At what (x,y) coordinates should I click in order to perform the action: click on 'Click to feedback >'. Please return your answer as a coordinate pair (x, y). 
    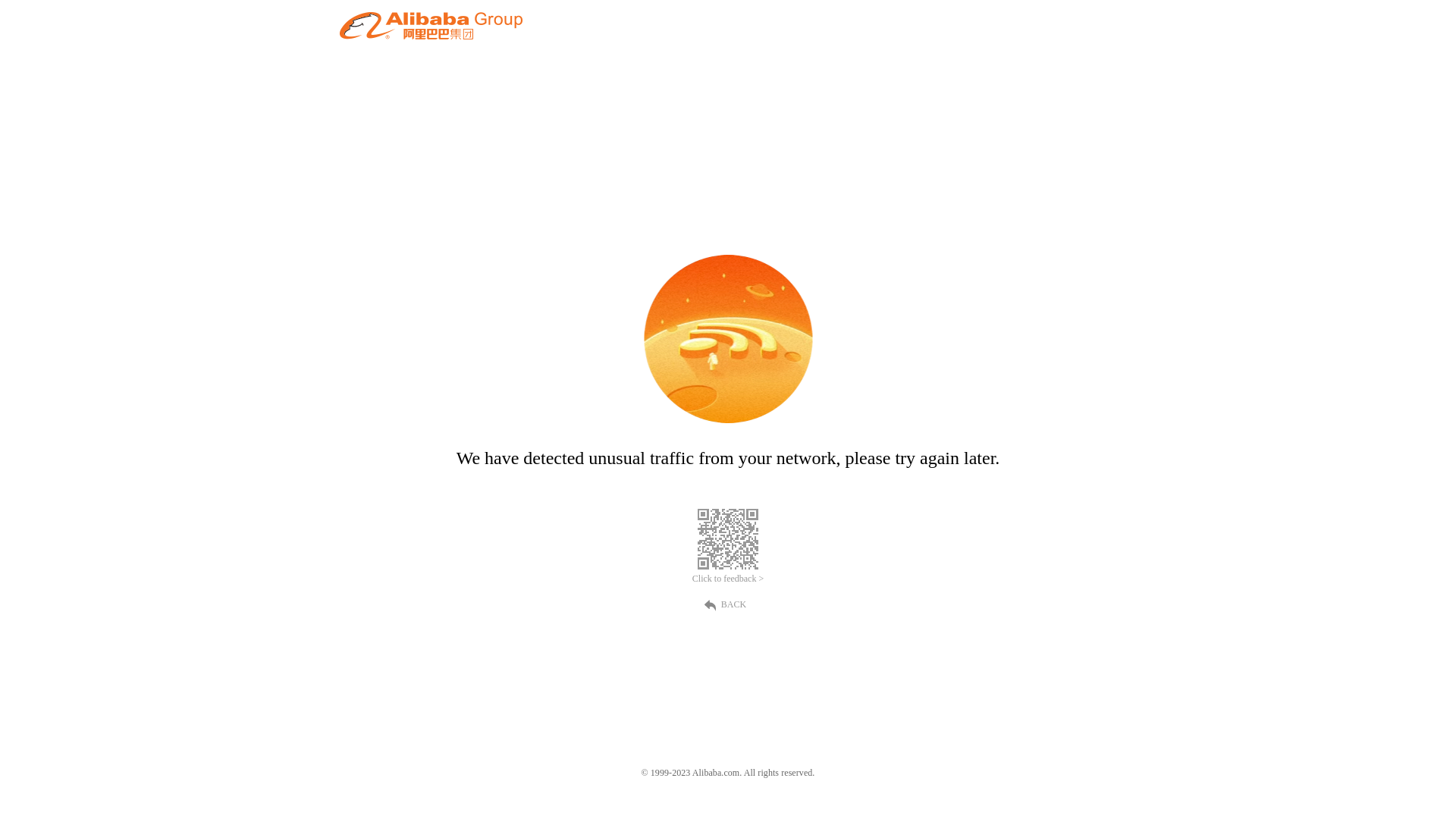
    Looking at the image, I should click on (728, 579).